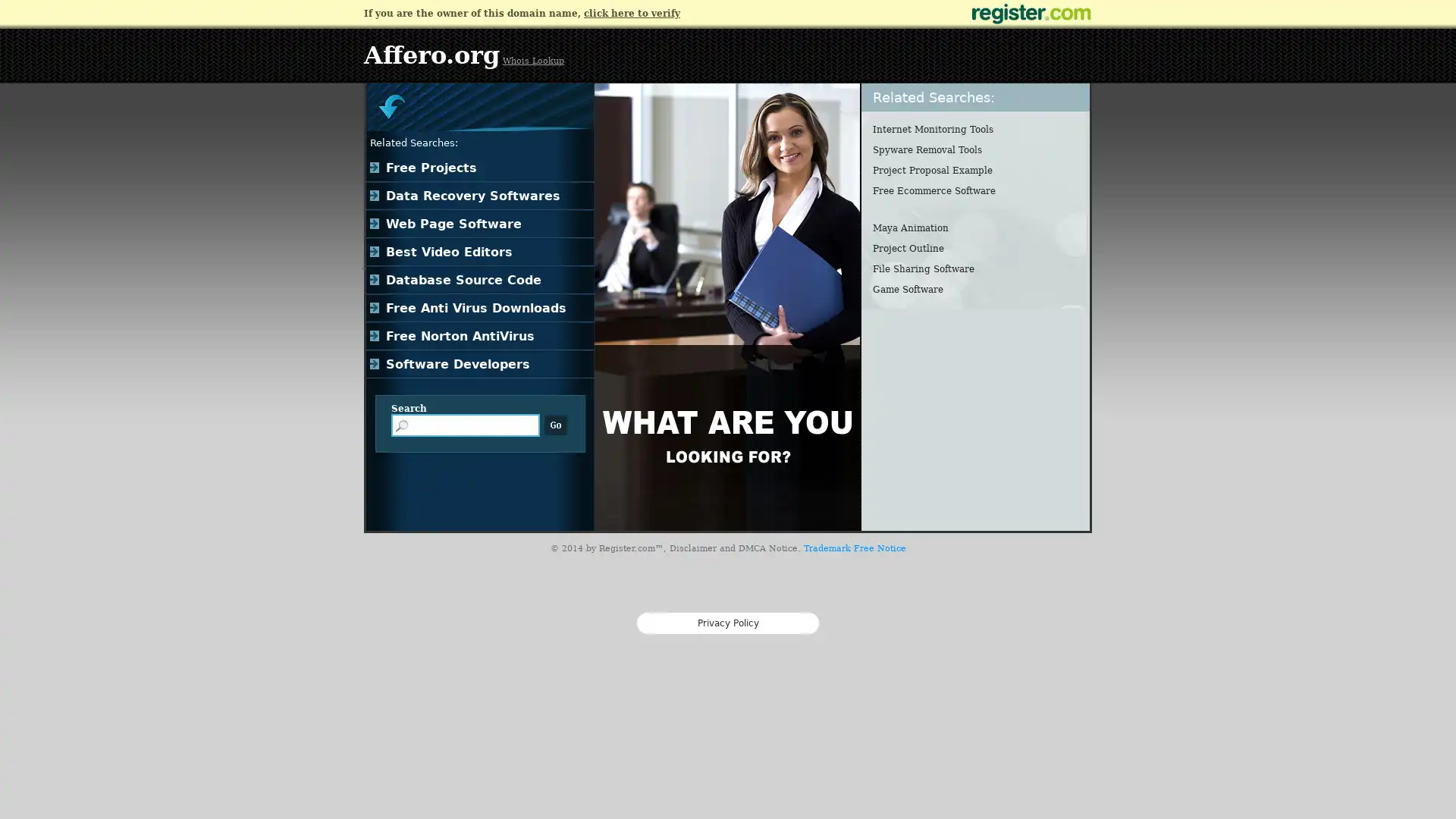  I want to click on Go, so click(555, 425).